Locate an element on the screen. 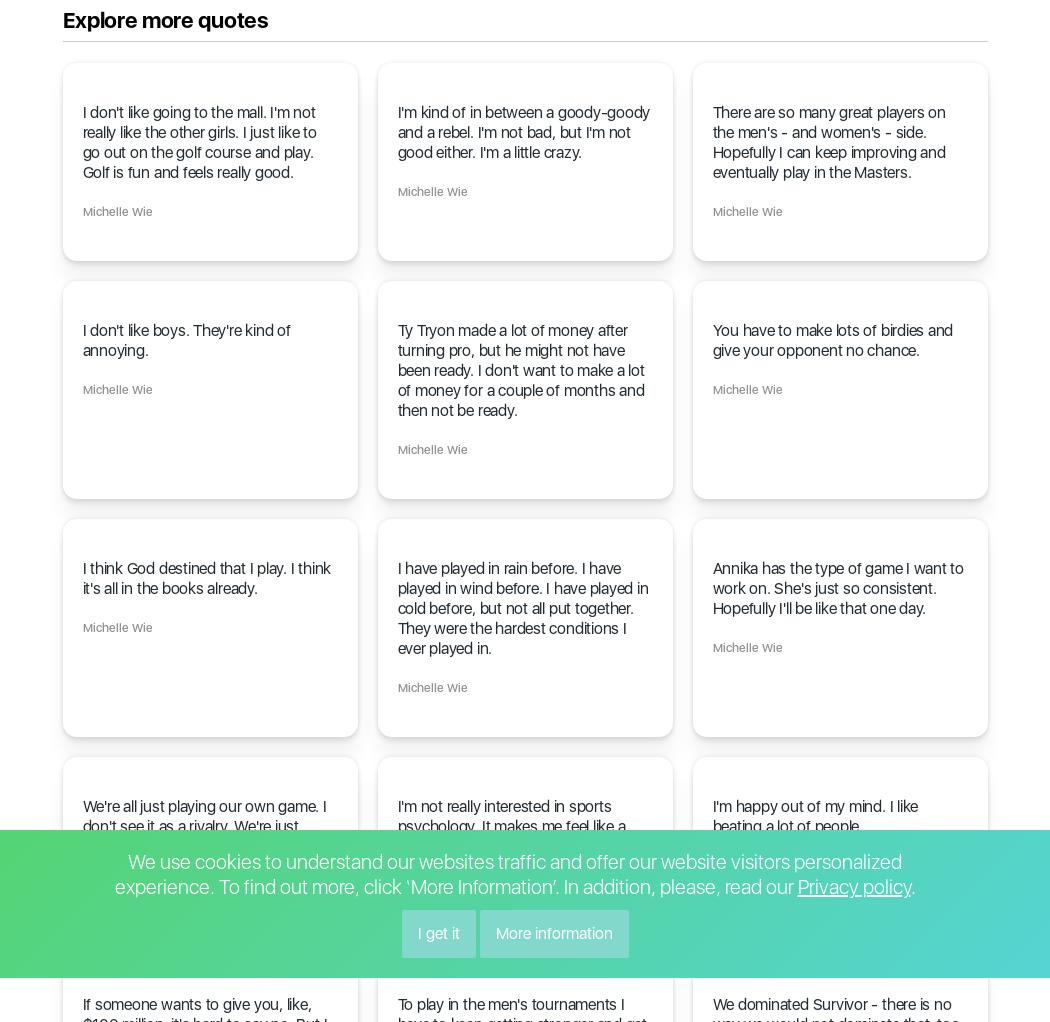 The image size is (1050, 1022). '.' is located at coordinates (912, 885).